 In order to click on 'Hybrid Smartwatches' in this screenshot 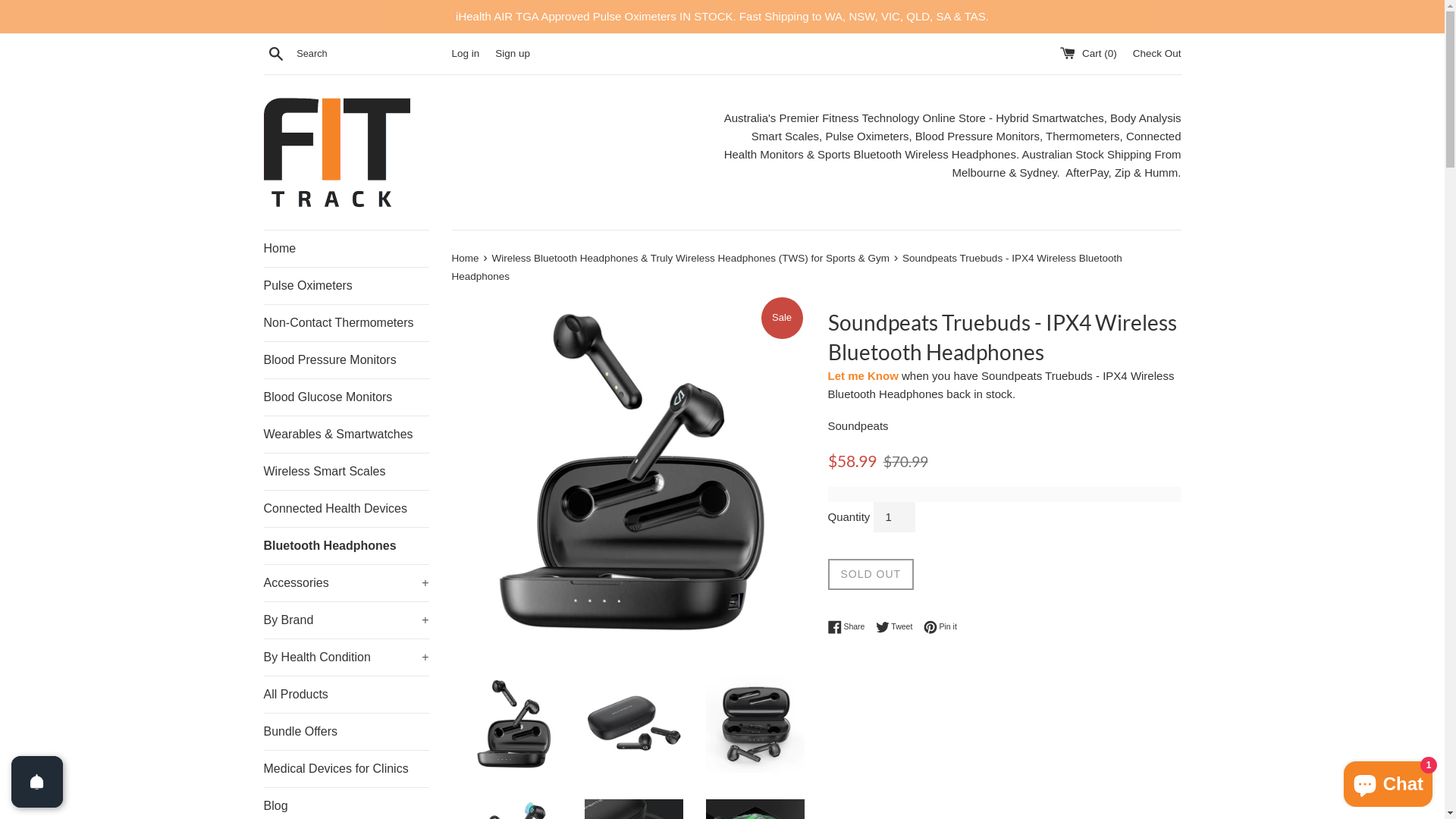, I will do `click(1049, 118)`.